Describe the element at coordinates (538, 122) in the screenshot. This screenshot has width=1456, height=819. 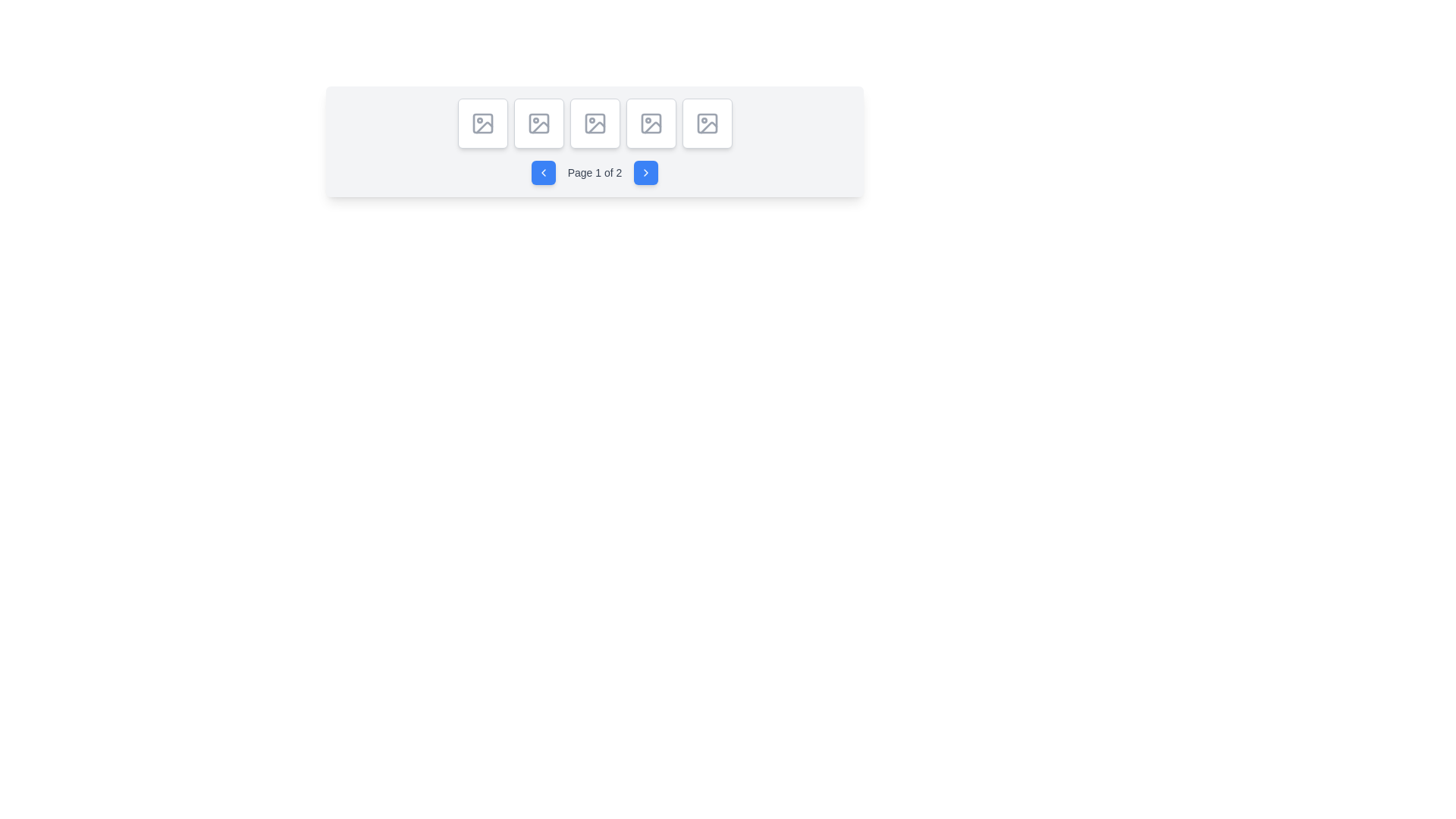
I see `the third icon from the left in a horizontal row of five image icons, which likely represents an image-related action, located within a white box with rounded corners` at that location.